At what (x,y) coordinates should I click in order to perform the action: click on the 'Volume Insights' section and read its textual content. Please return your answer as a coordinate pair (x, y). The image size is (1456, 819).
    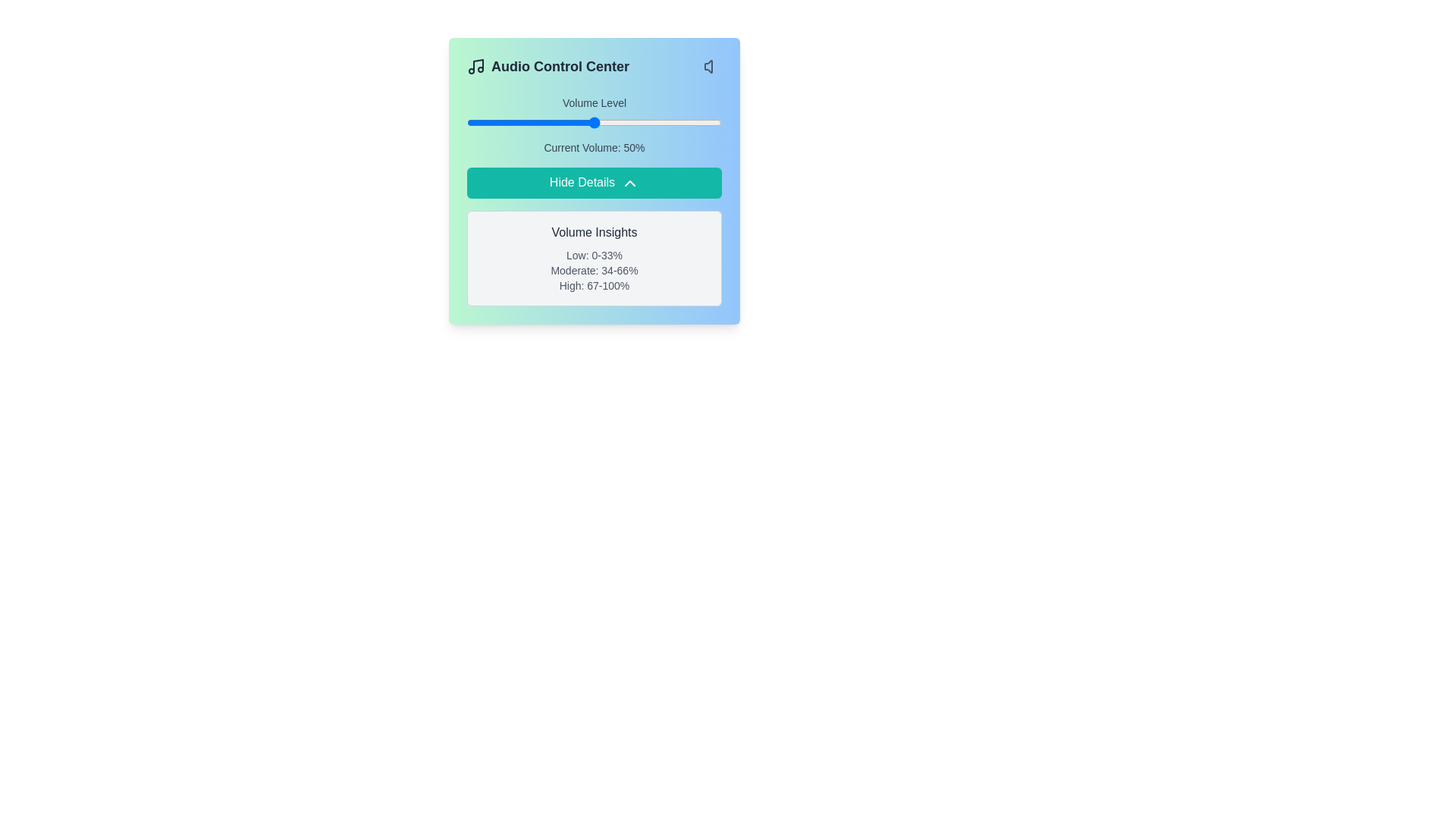
    Looking at the image, I should click on (593, 257).